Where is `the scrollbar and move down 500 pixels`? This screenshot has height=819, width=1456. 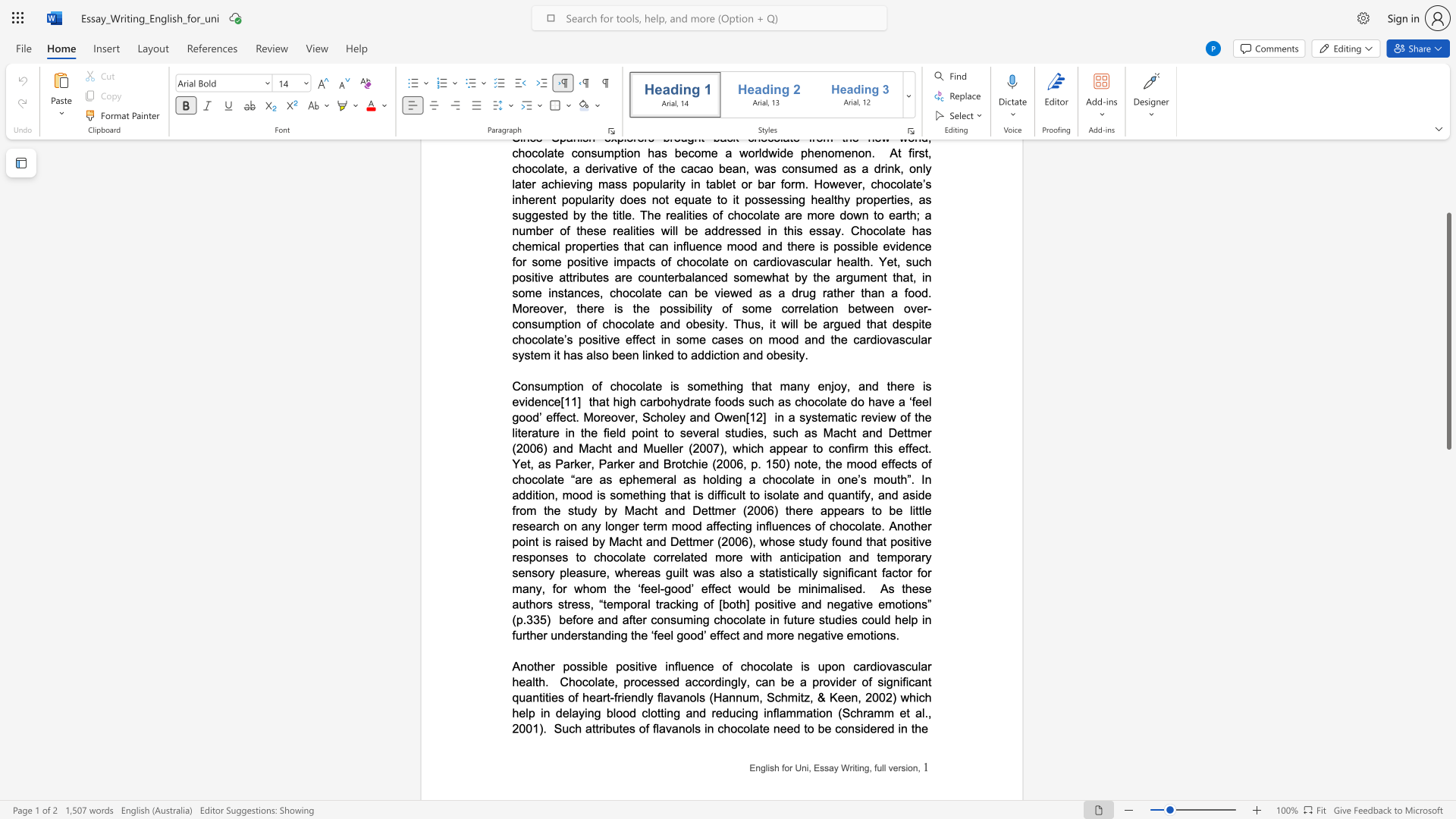
the scrollbar and move down 500 pixels is located at coordinates (1448, 331).